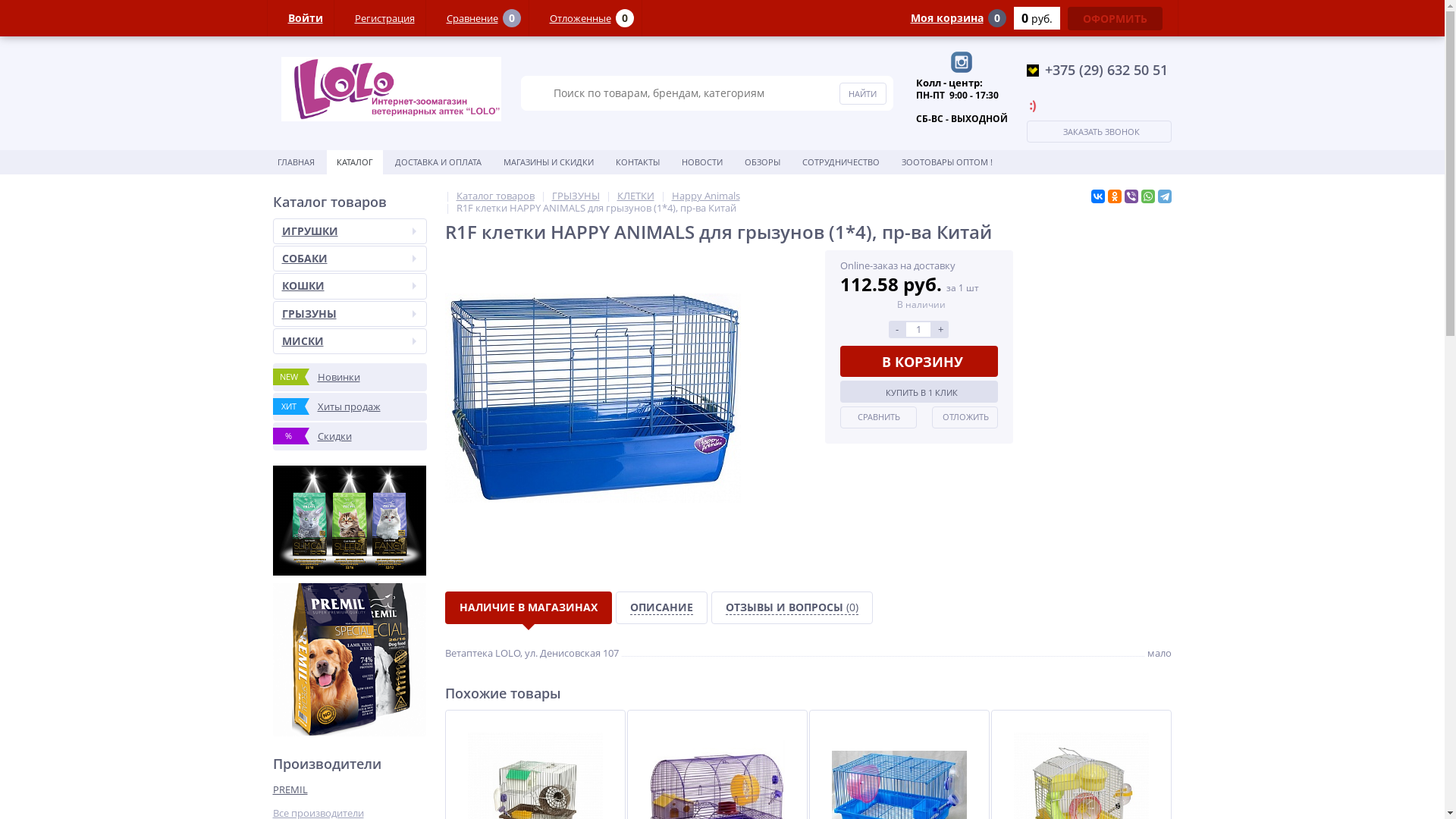 Image resolution: width=1456 pixels, height=819 pixels. I want to click on '-', so click(888, 328).